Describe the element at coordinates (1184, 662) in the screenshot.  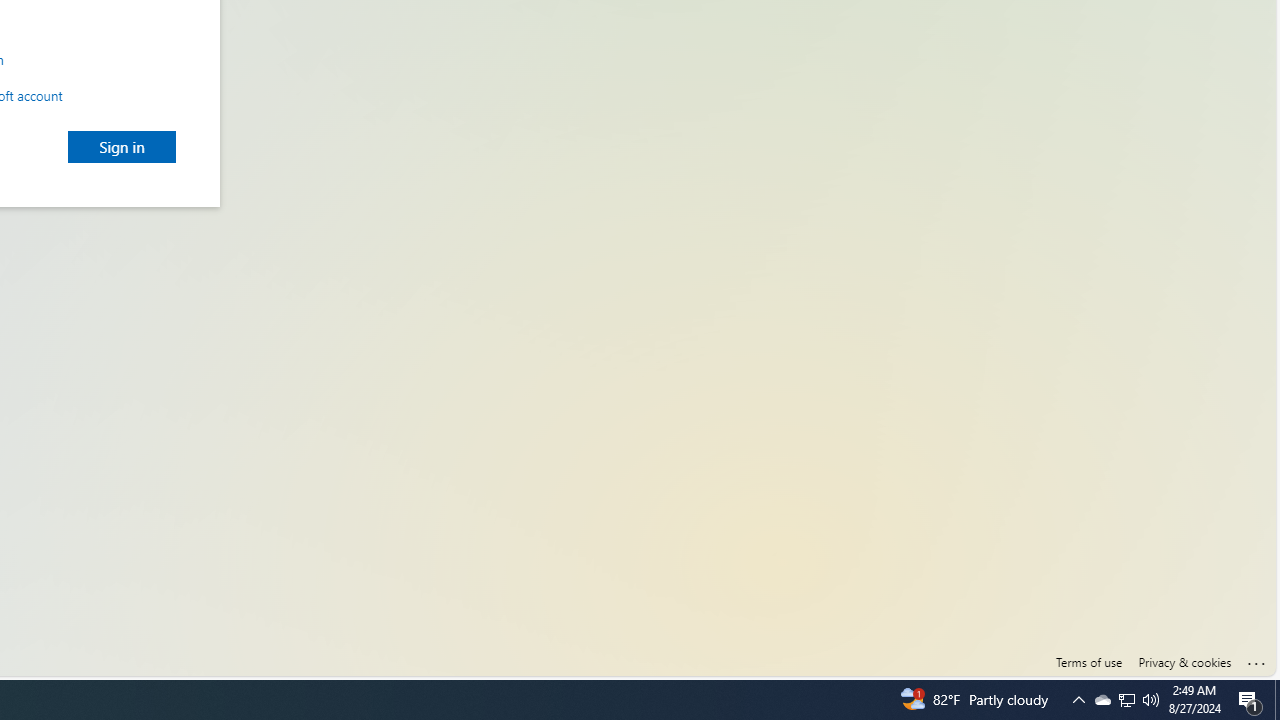
I see `'Privacy & cookies'` at that location.